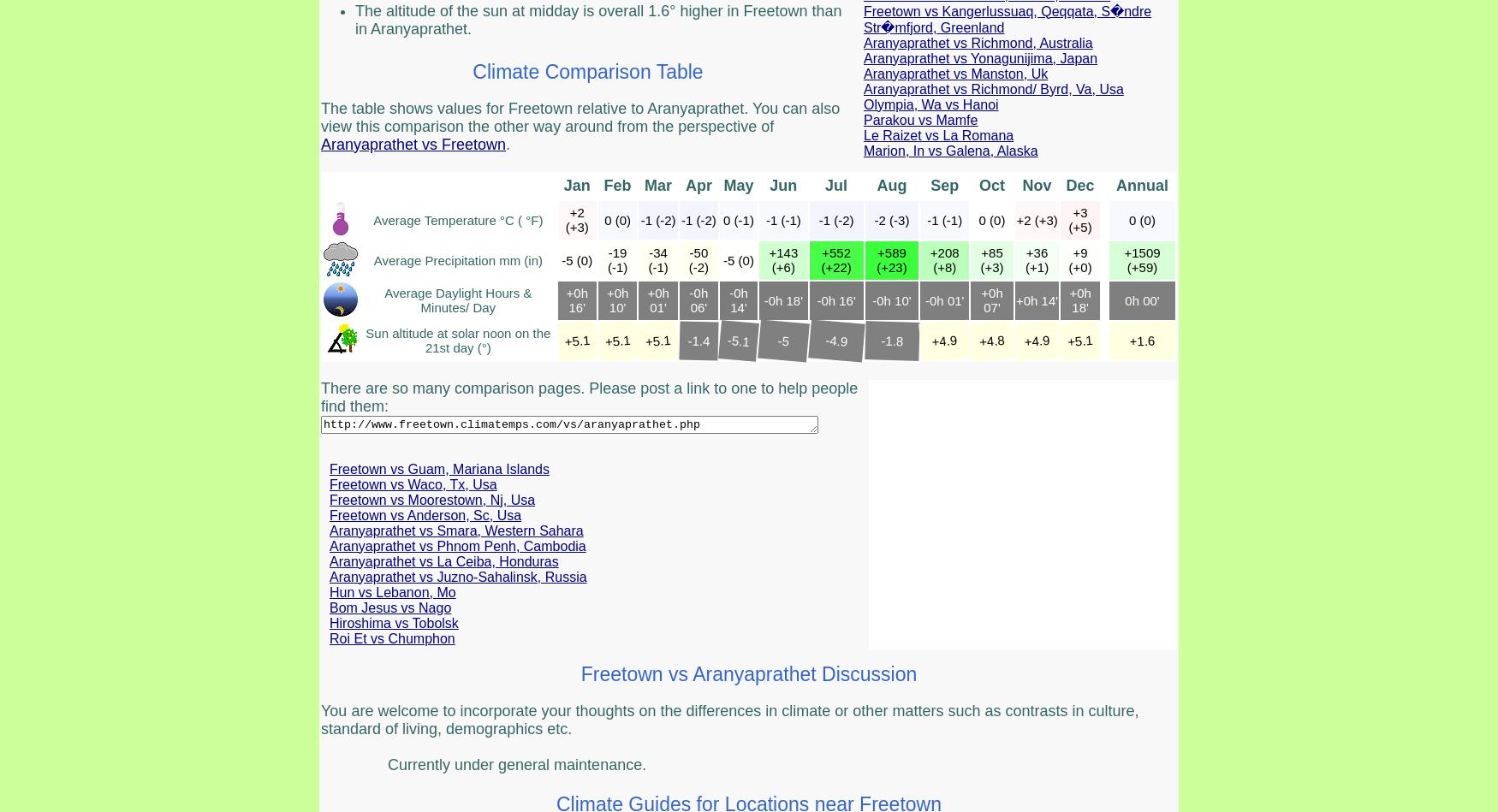  Describe the element at coordinates (1079, 258) in the screenshot. I see `'+9 (+0)'` at that location.